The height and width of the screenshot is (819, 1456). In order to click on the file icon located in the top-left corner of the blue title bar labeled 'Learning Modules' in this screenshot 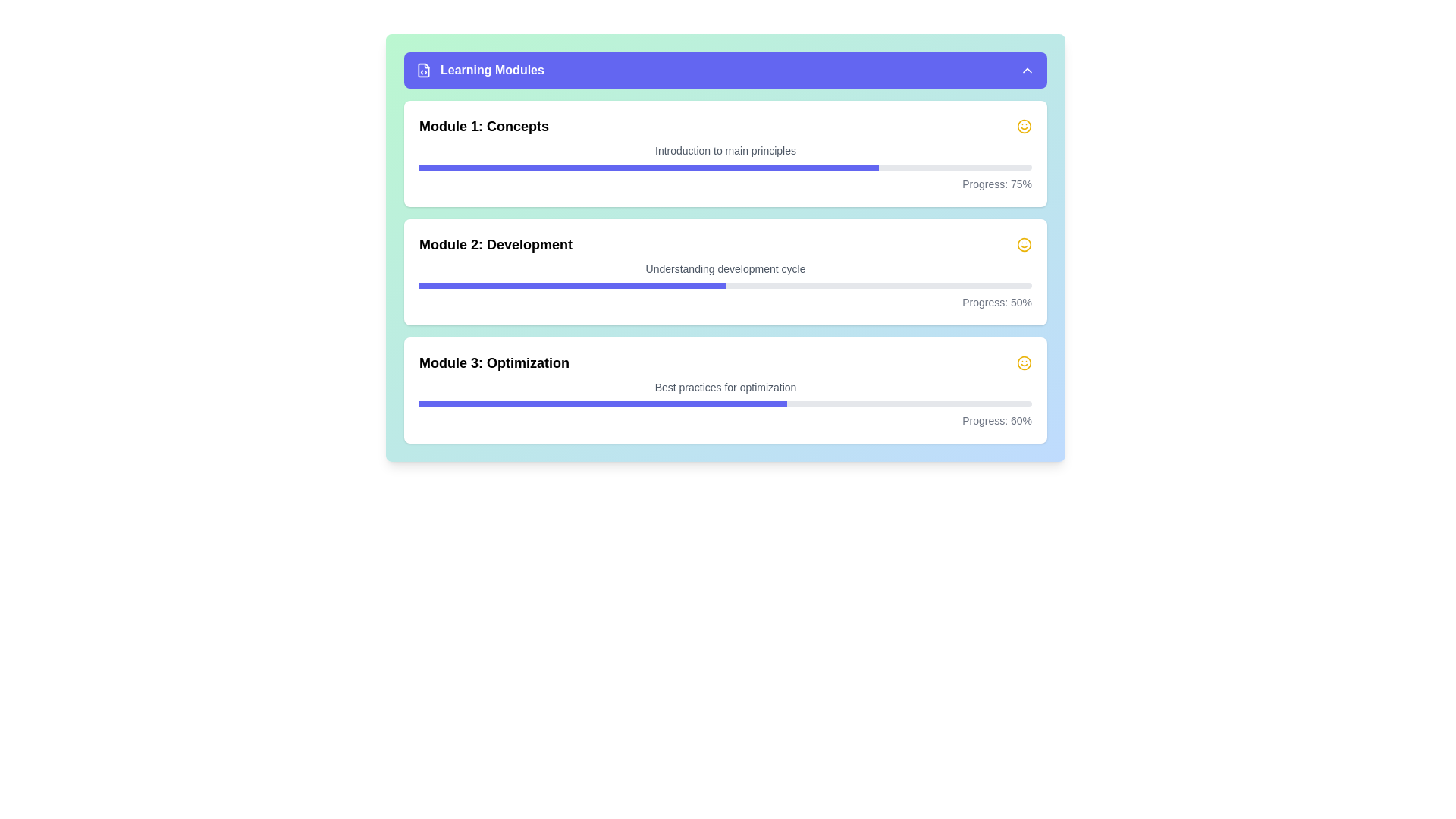, I will do `click(423, 70)`.